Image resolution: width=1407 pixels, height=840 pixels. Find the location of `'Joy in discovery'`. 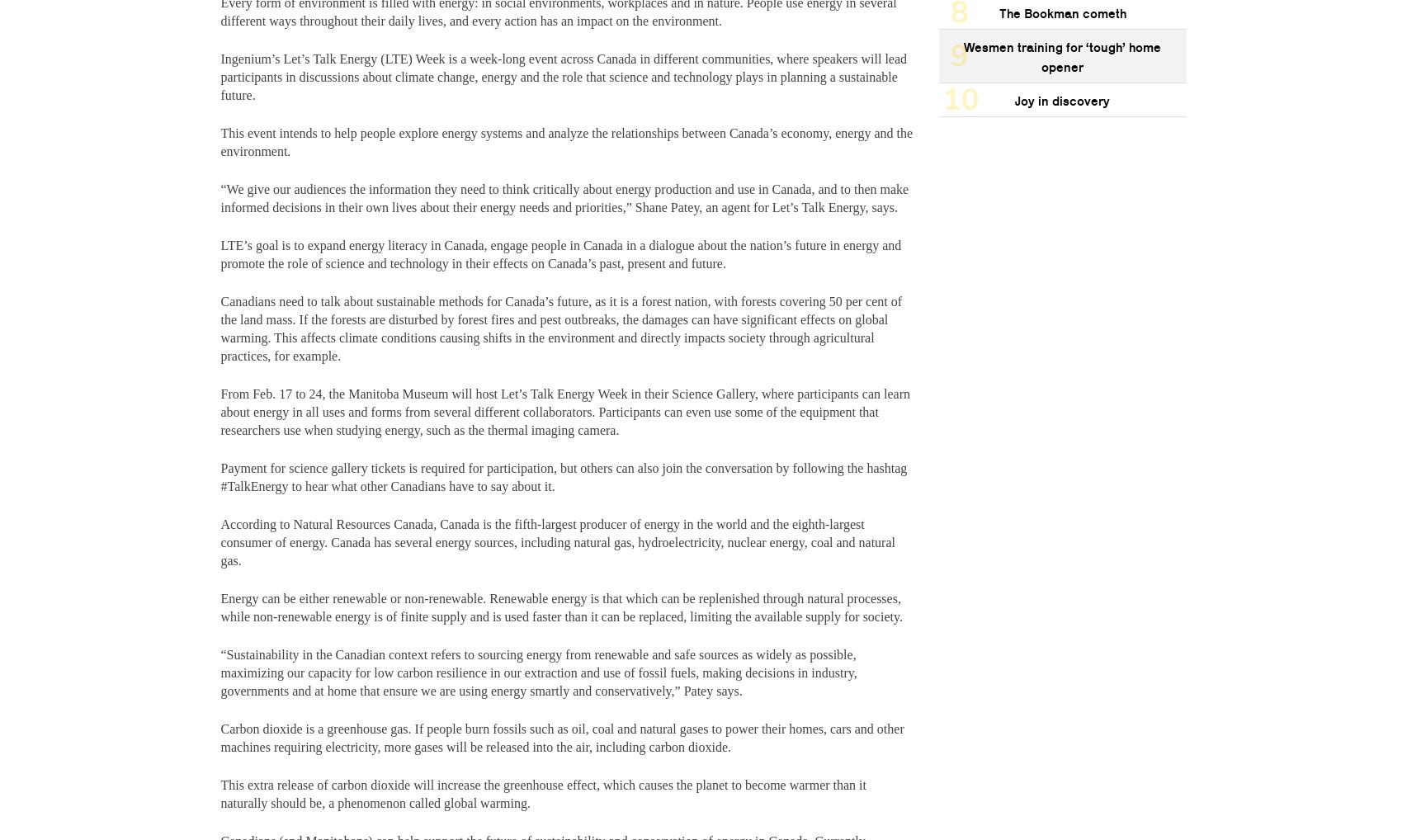

'Joy in discovery' is located at coordinates (1062, 99).